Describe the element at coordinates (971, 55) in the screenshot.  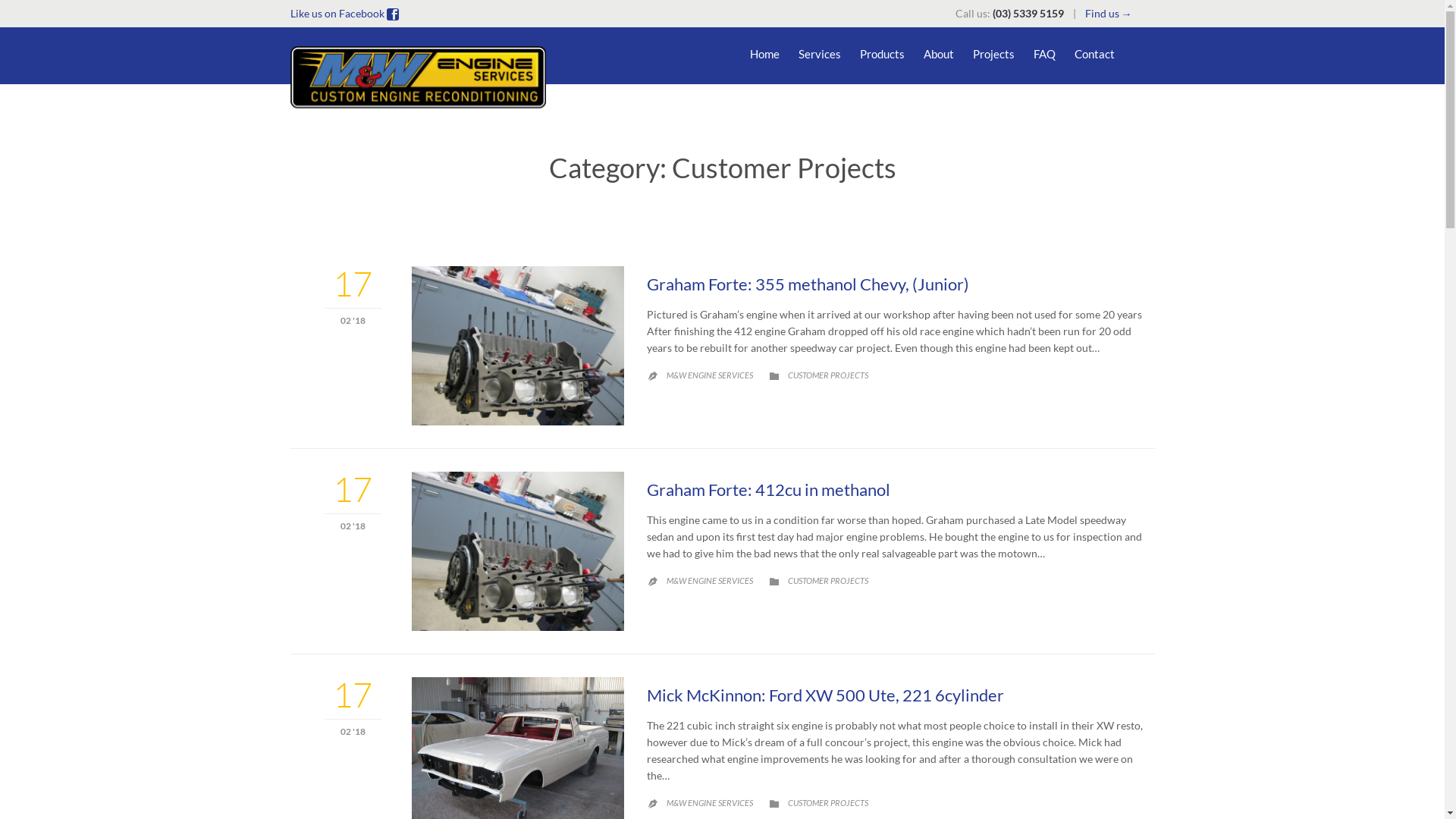
I see `'Projects'` at that location.